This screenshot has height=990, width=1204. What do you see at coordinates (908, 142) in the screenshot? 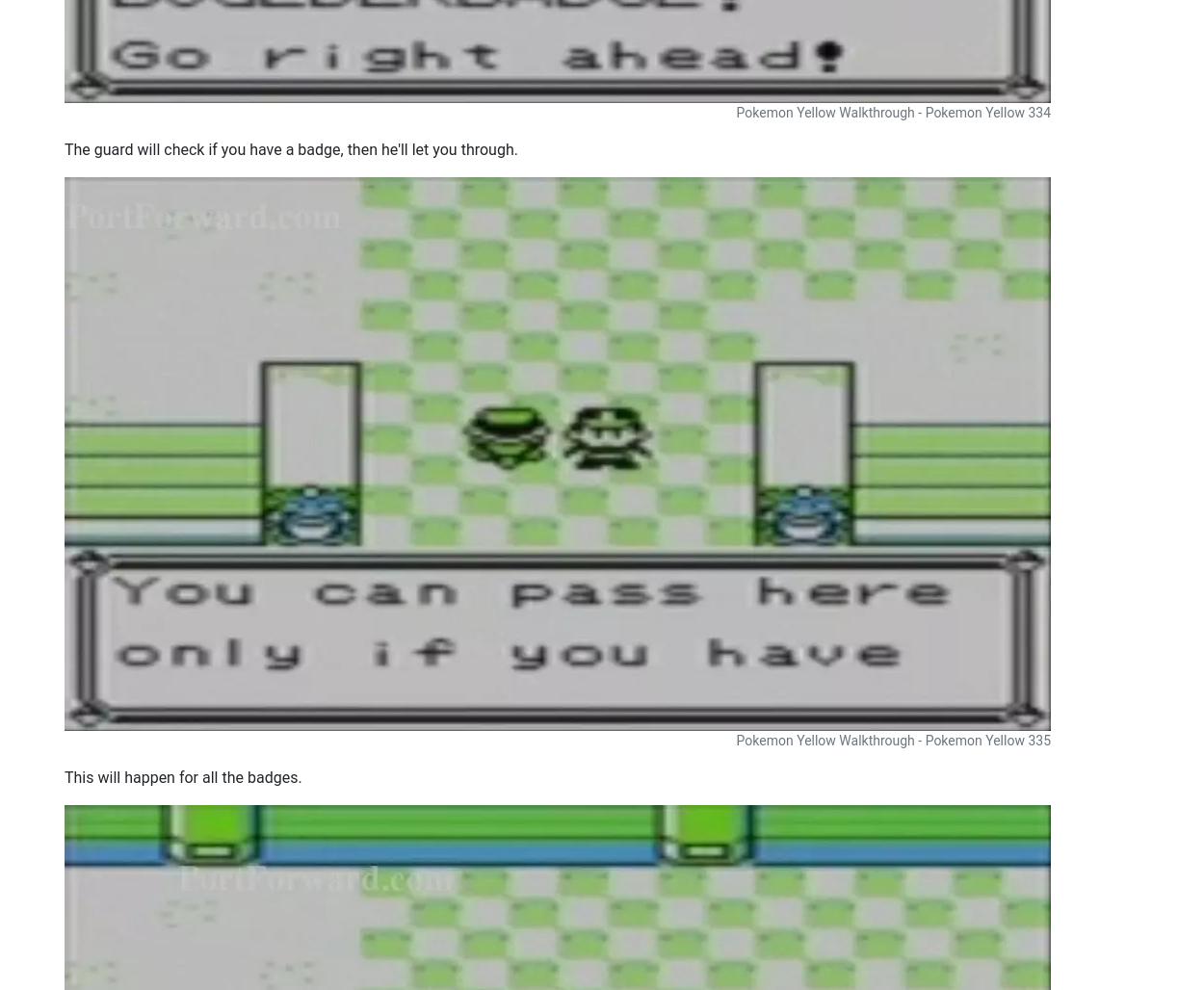
I see `'Port Forwarding for Call of Duty: Black Ops IIII'` at bounding box center [908, 142].